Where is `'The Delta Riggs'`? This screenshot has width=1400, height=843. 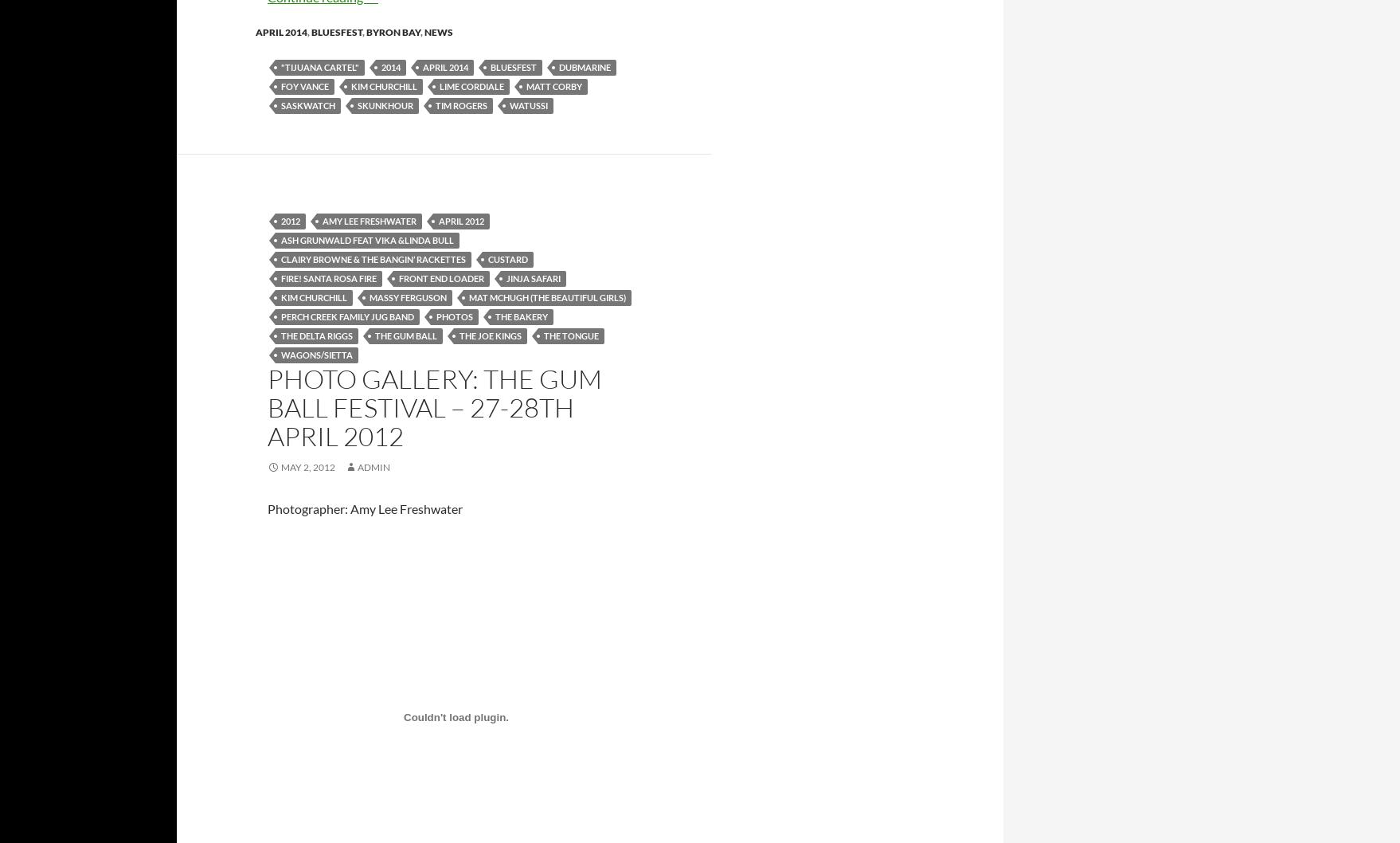 'The Delta Riggs' is located at coordinates (317, 335).